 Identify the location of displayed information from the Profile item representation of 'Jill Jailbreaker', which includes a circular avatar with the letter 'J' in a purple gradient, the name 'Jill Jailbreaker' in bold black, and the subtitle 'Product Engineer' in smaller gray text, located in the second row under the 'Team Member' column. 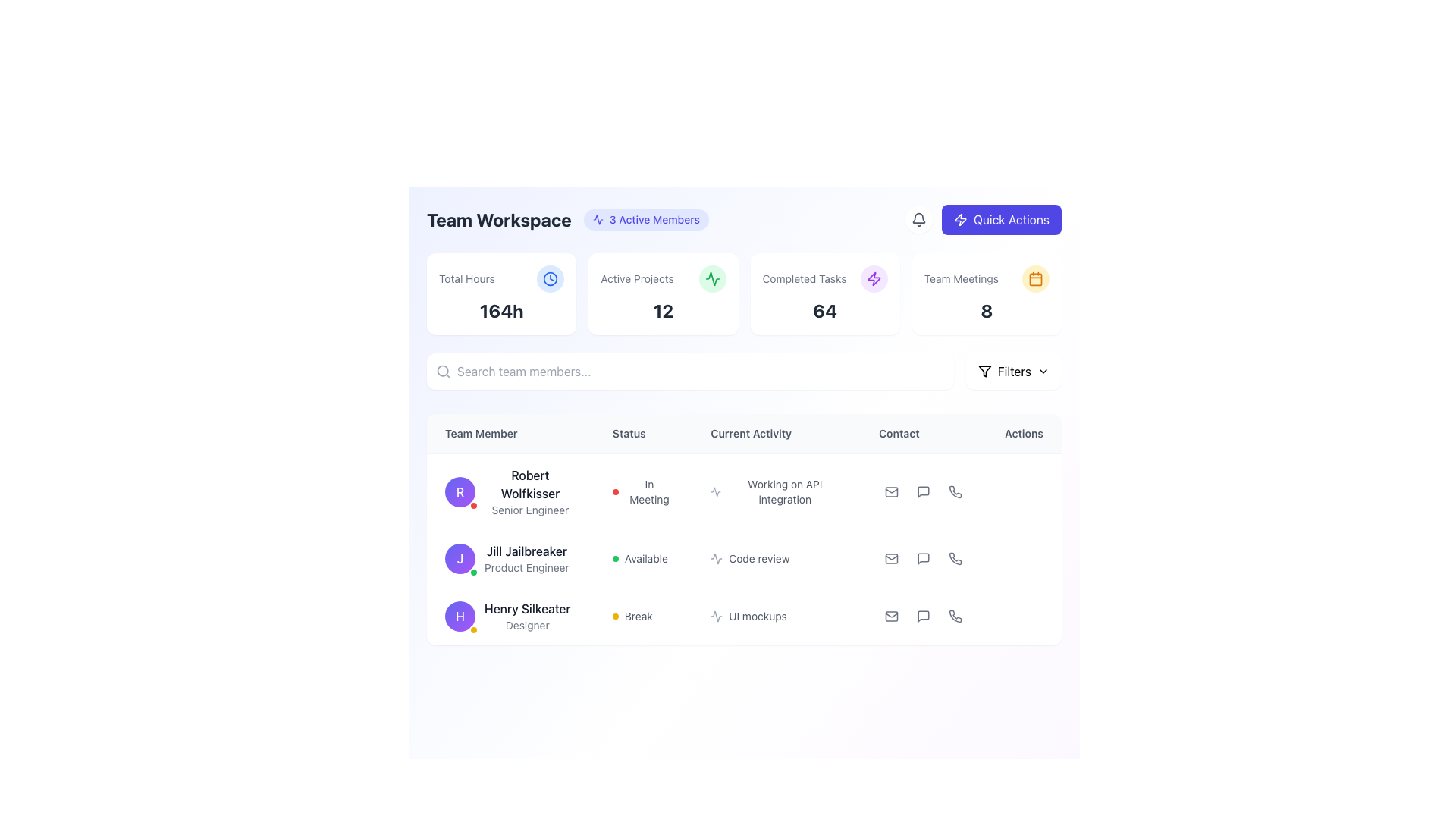
(510, 558).